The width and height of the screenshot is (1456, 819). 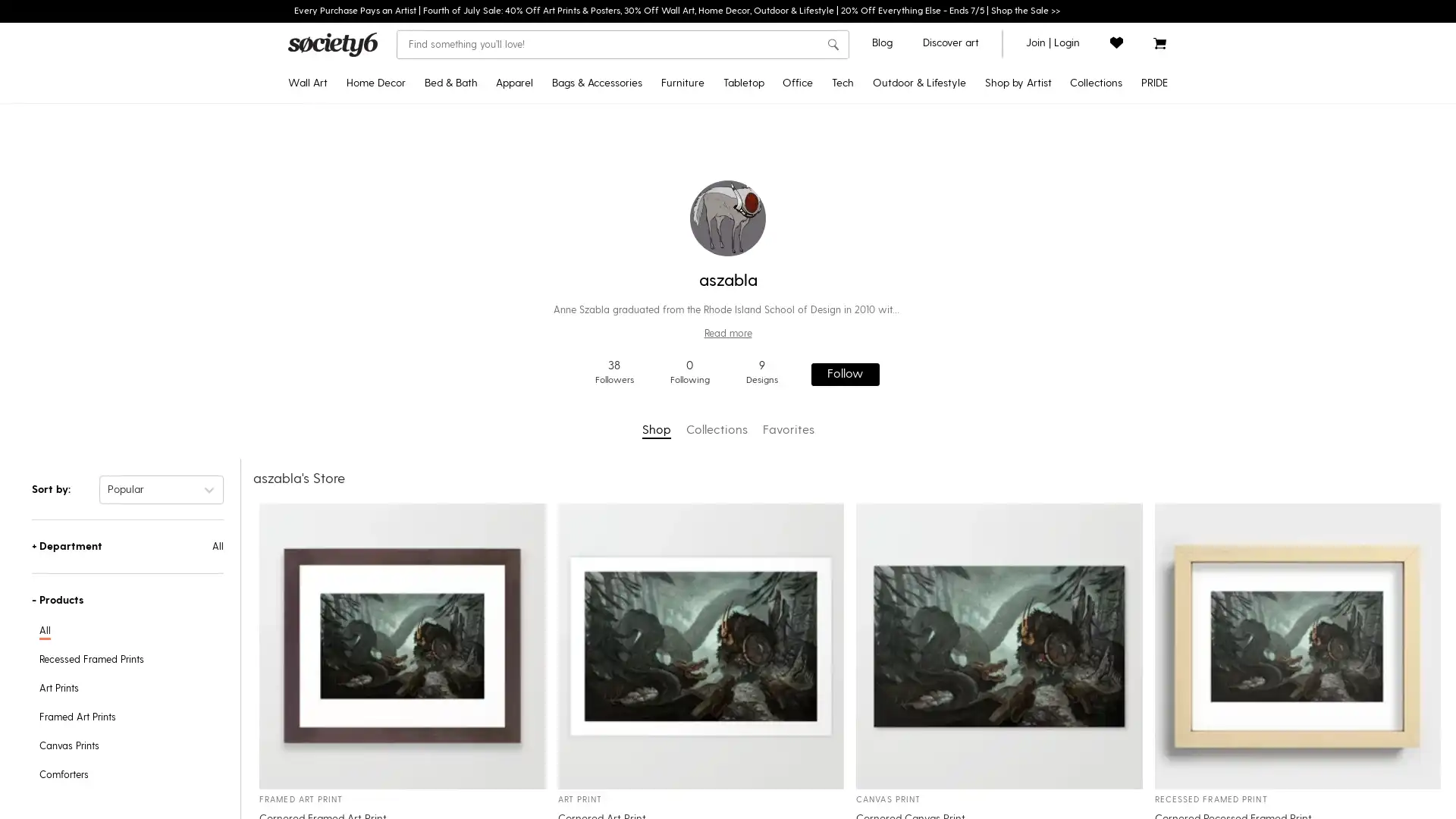 I want to click on Greeting Cards, so click(x=835, y=342).